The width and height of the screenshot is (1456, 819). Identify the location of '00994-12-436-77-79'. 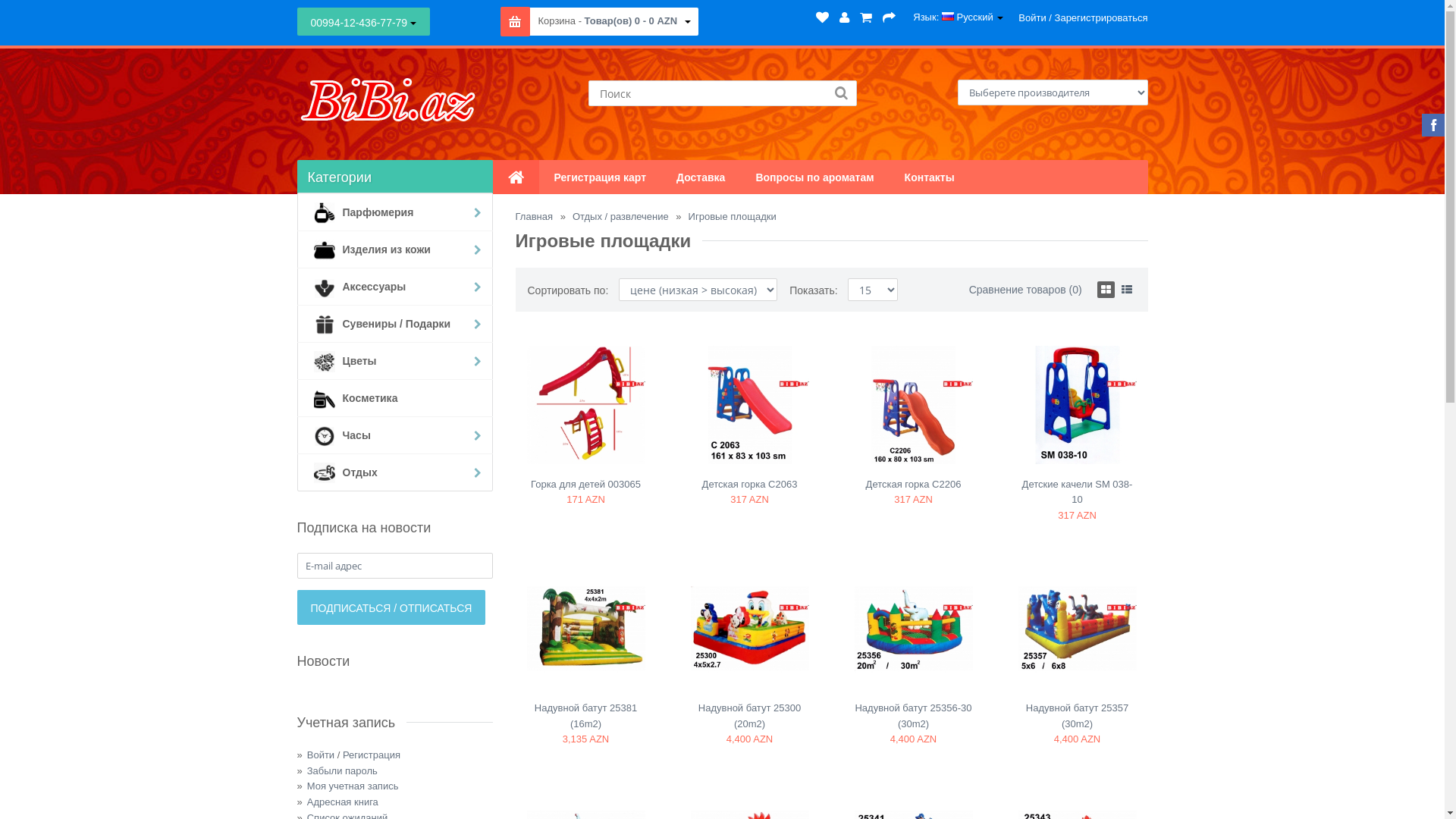
(364, 21).